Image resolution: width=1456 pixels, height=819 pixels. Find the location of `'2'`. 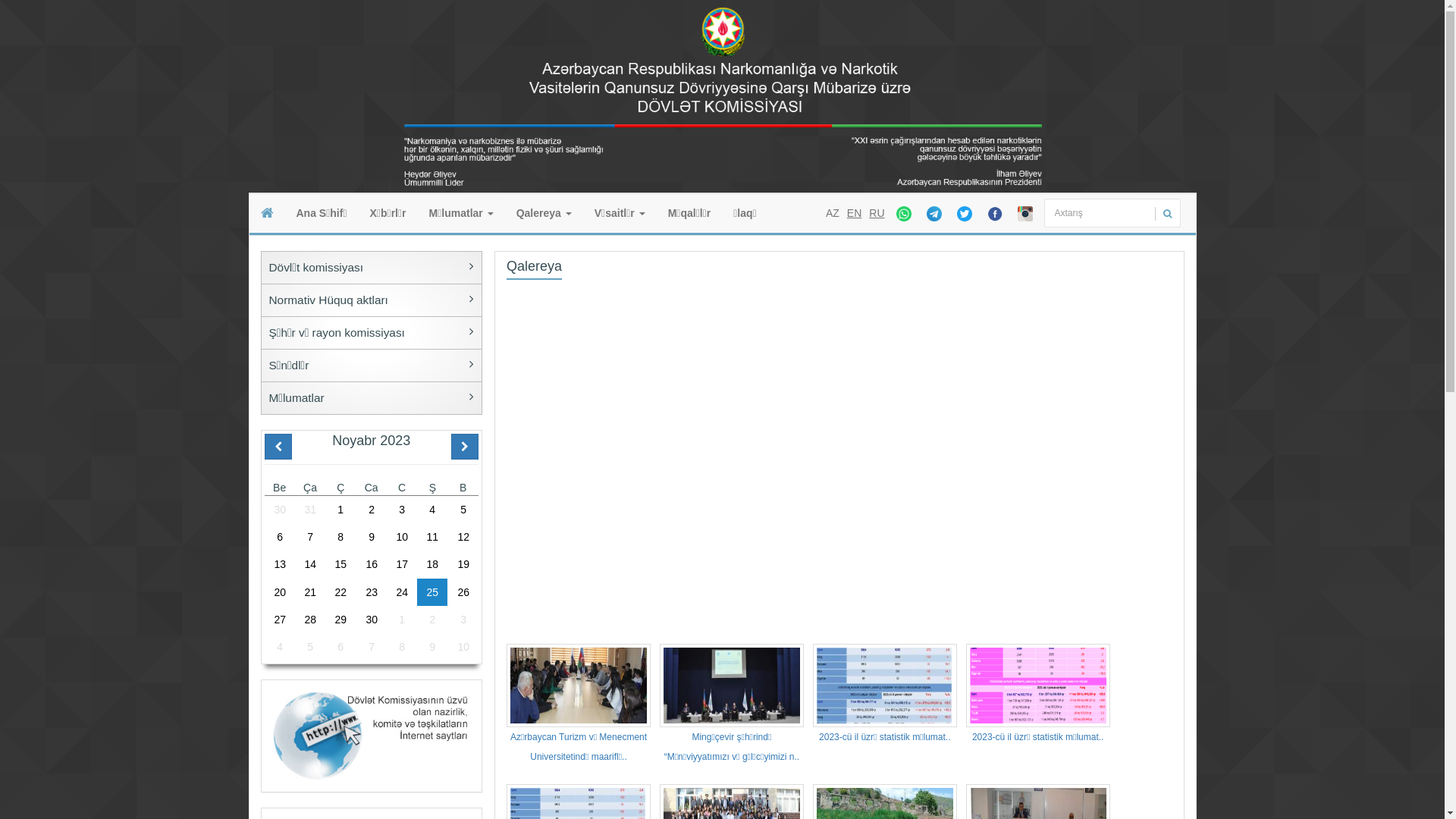

'2' is located at coordinates (371, 509).